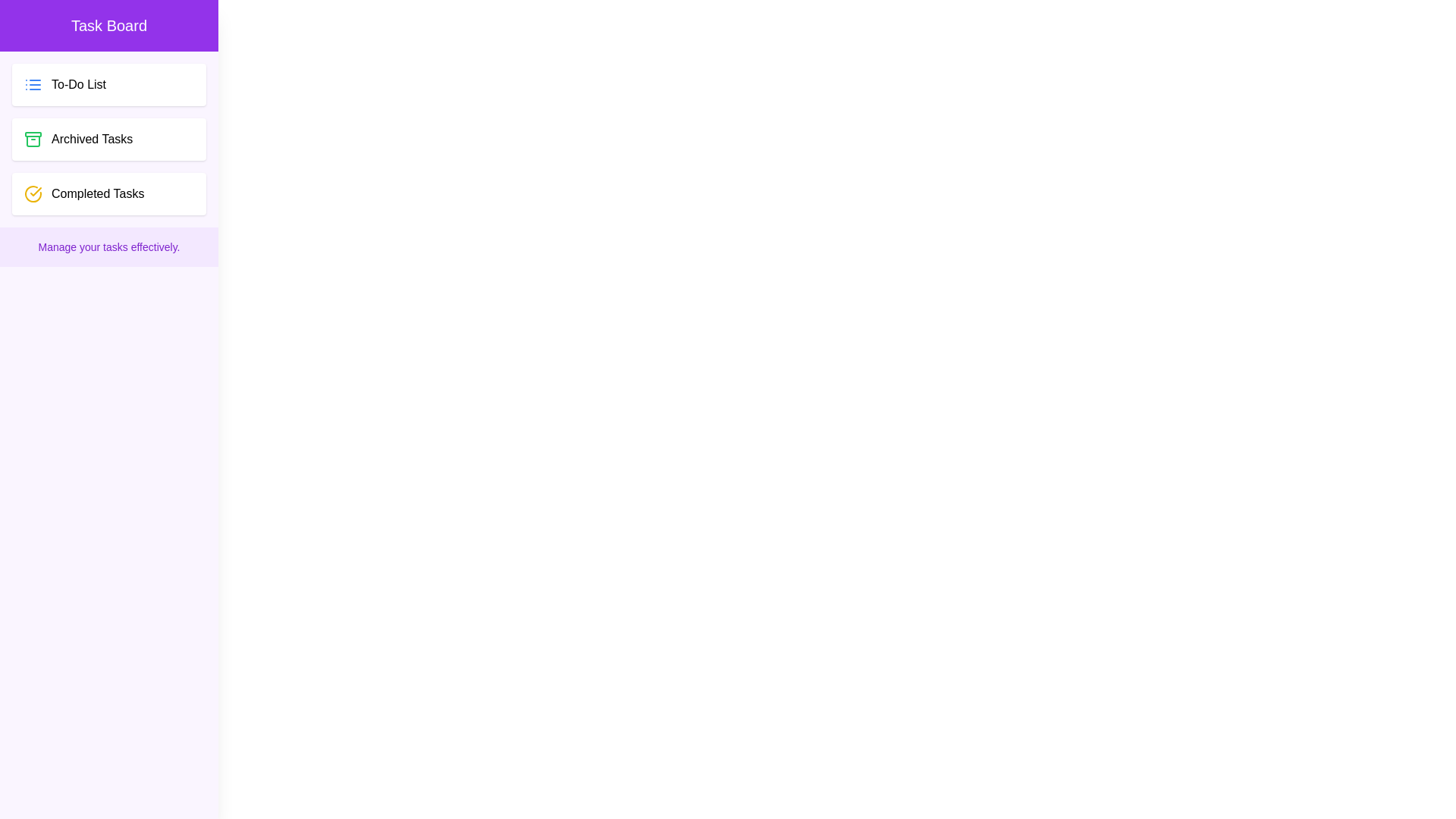  Describe the element at coordinates (33, 84) in the screenshot. I see `the decorative icon next to the To-Do List task category` at that location.